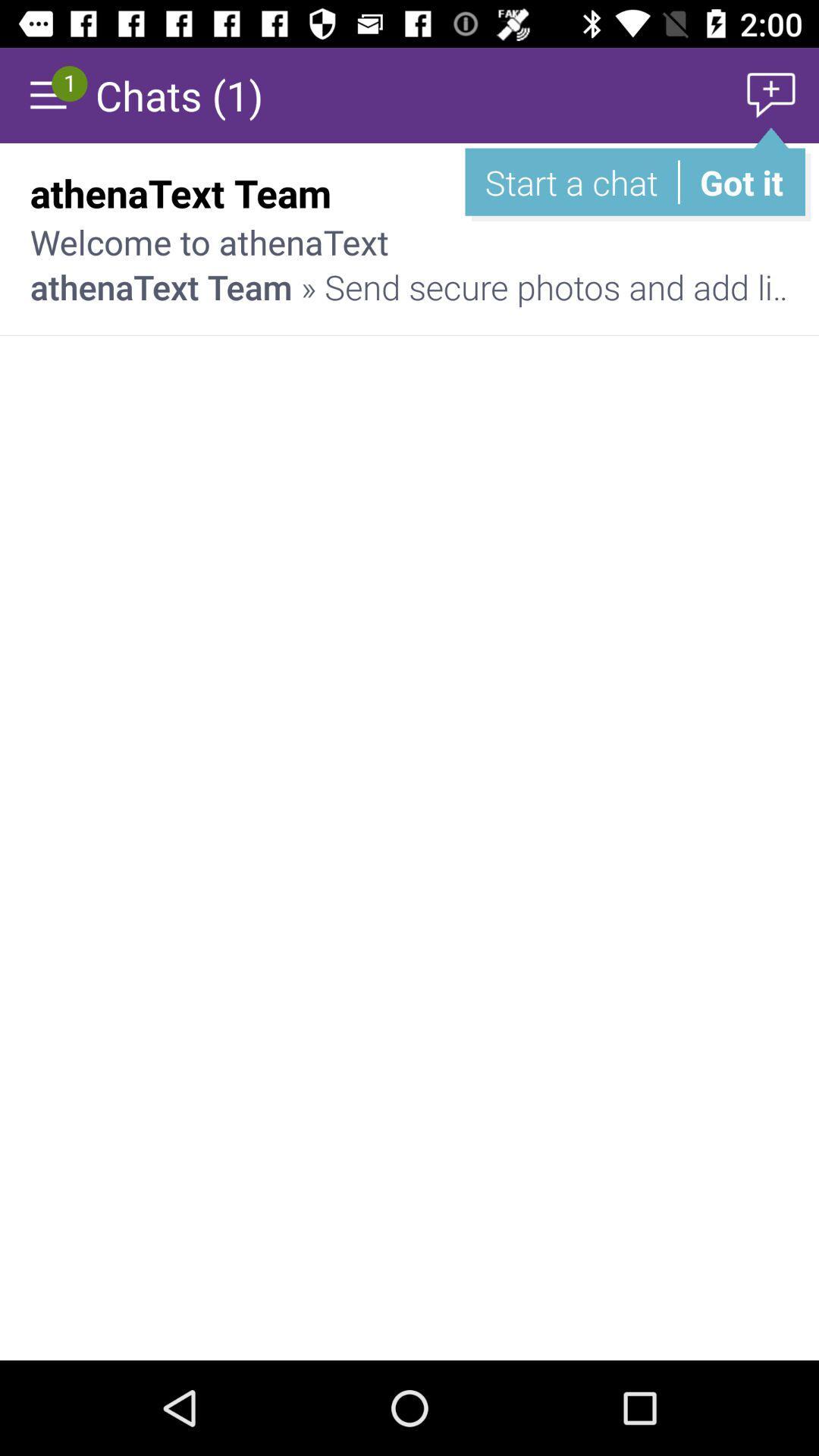  I want to click on item above the athenatext team send, so click(735, 192).